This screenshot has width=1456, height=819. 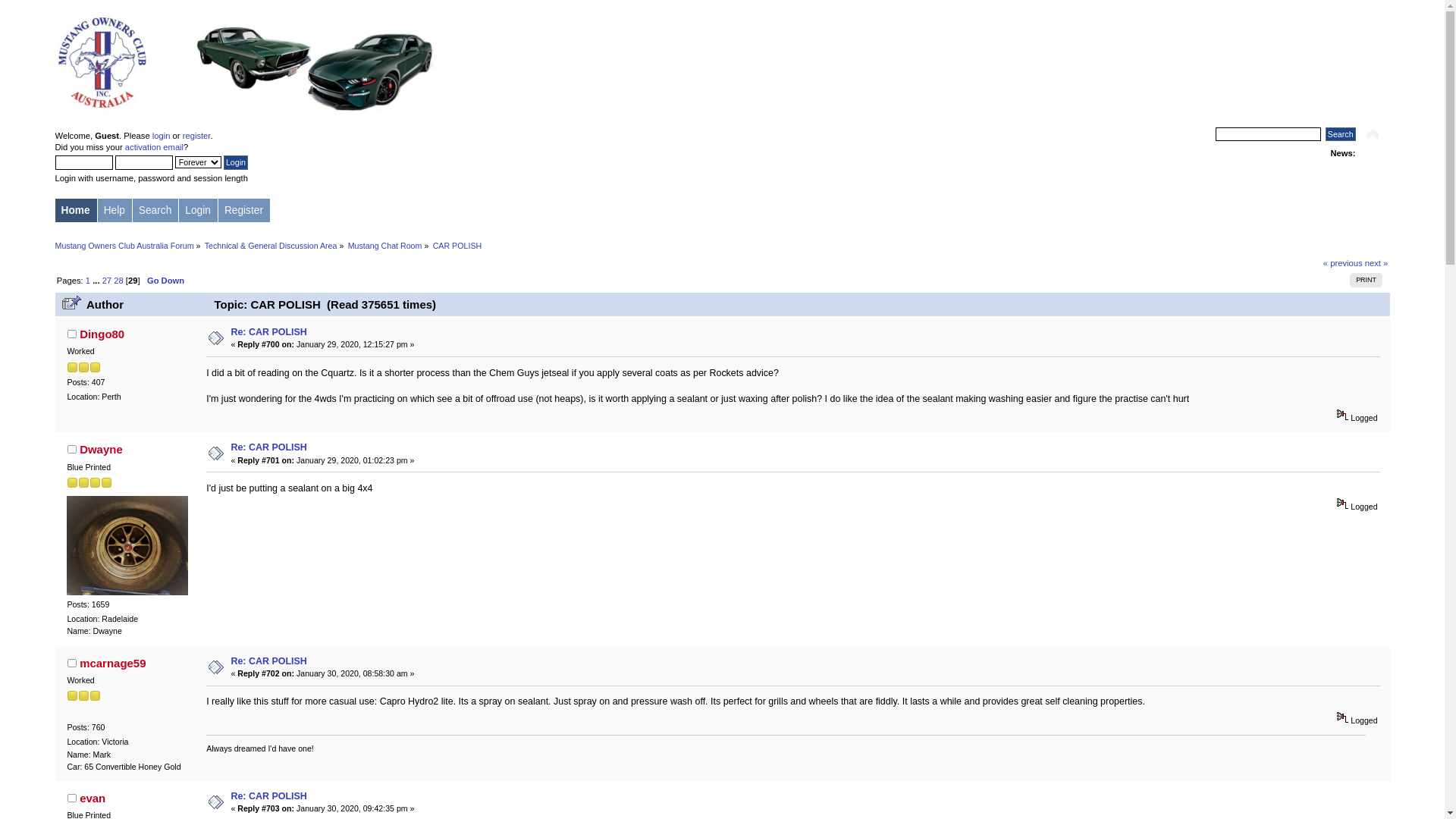 I want to click on '28', so click(x=112, y=281).